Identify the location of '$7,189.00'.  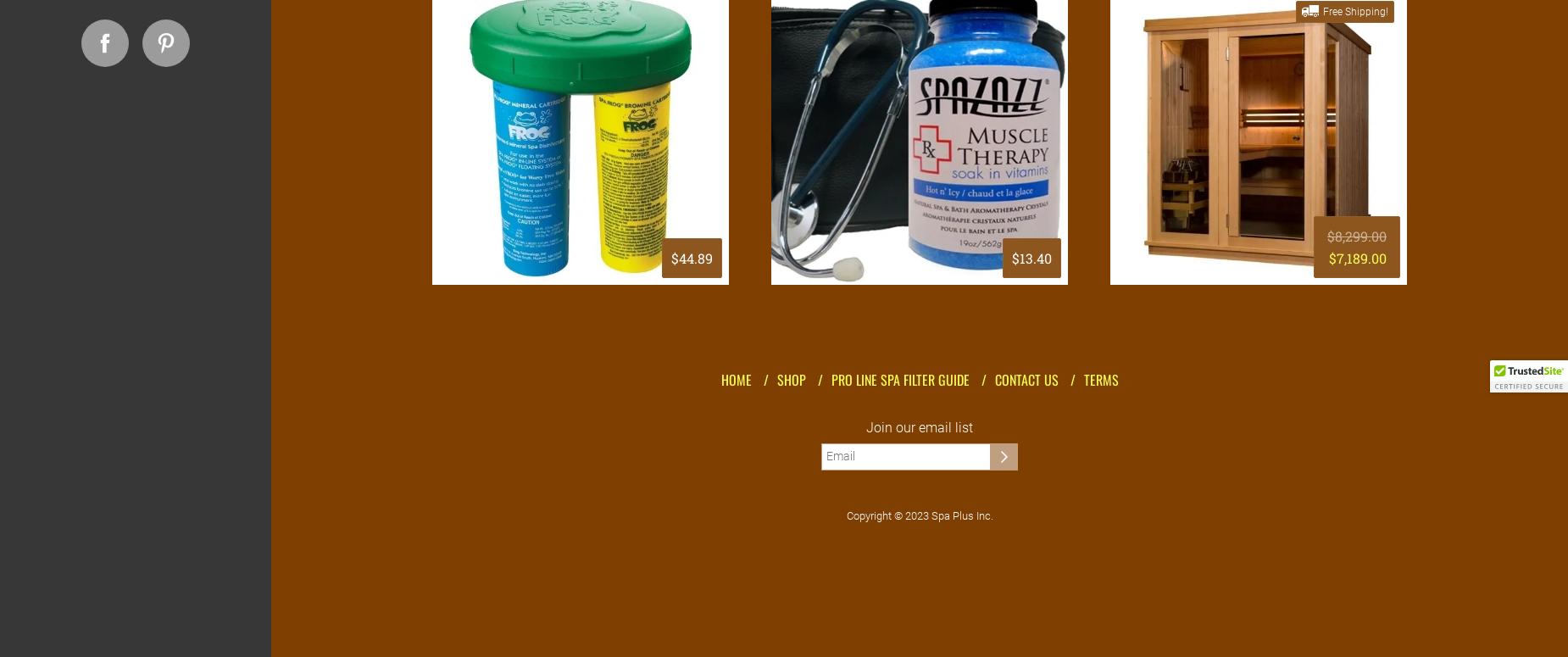
(1357, 256).